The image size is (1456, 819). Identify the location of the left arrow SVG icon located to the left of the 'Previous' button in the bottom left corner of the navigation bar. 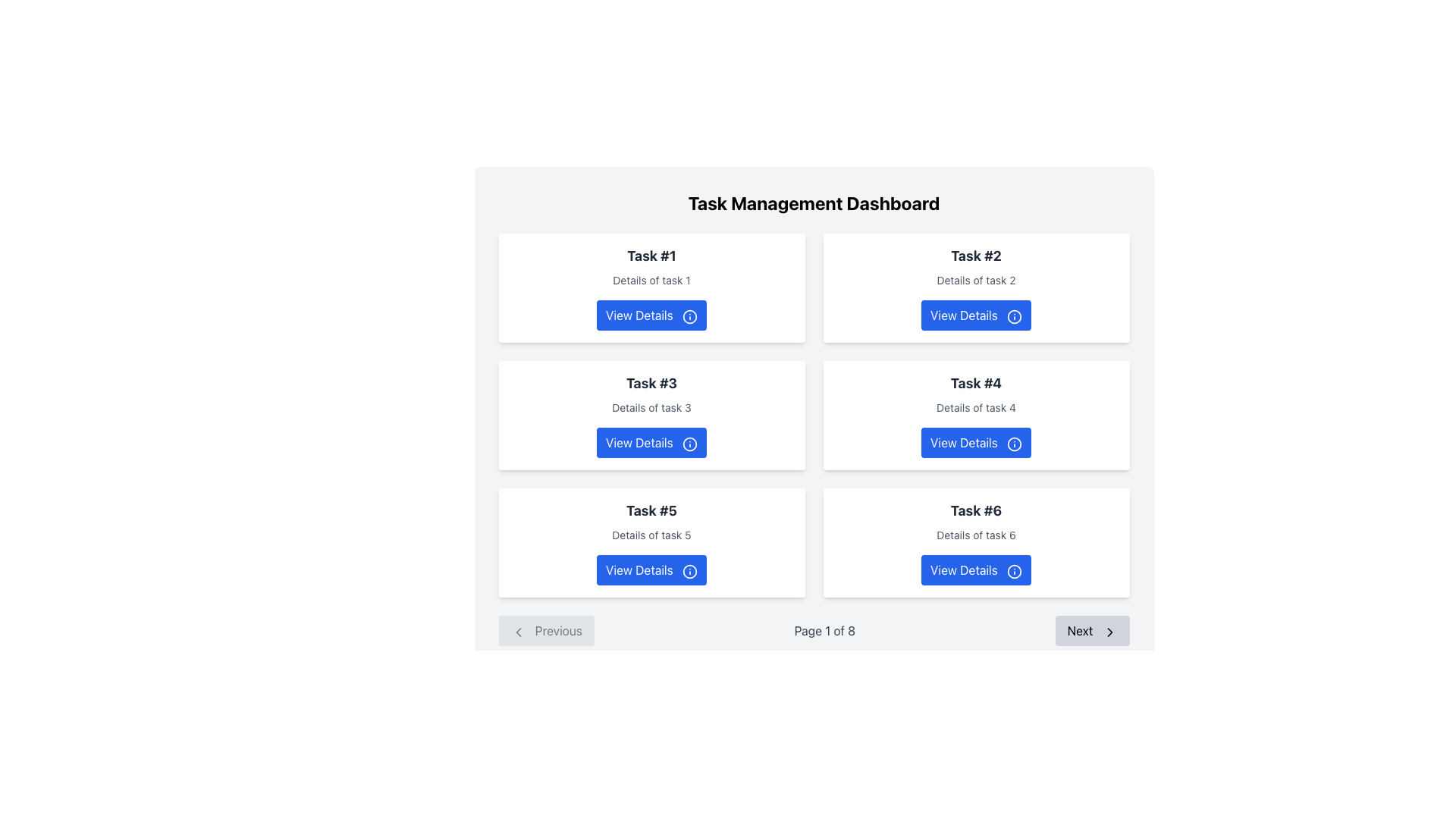
(518, 632).